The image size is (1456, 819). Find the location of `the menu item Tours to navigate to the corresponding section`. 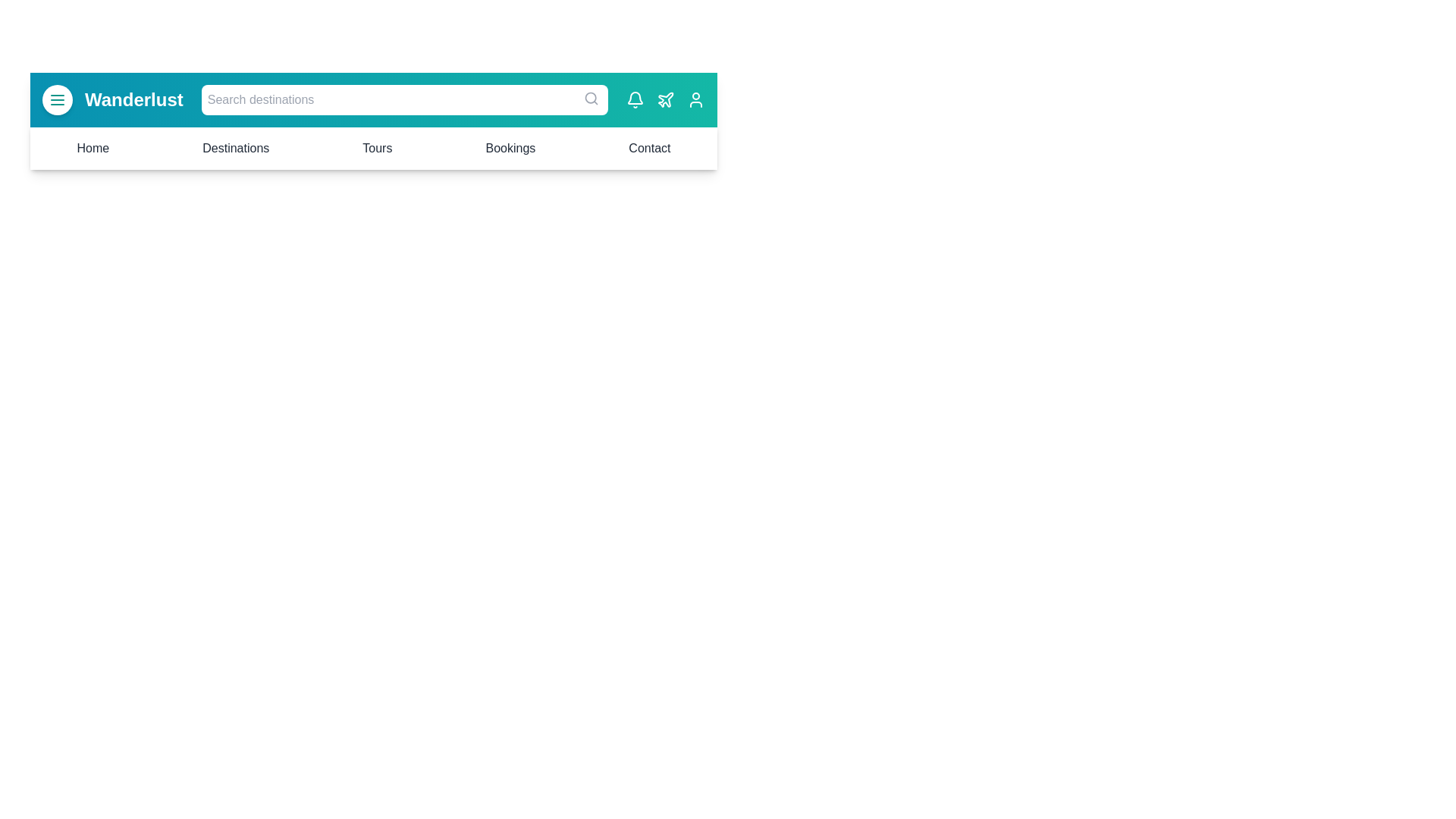

the menu item Tours to navigate to the corresponding section is located at coordinates (377, 149).